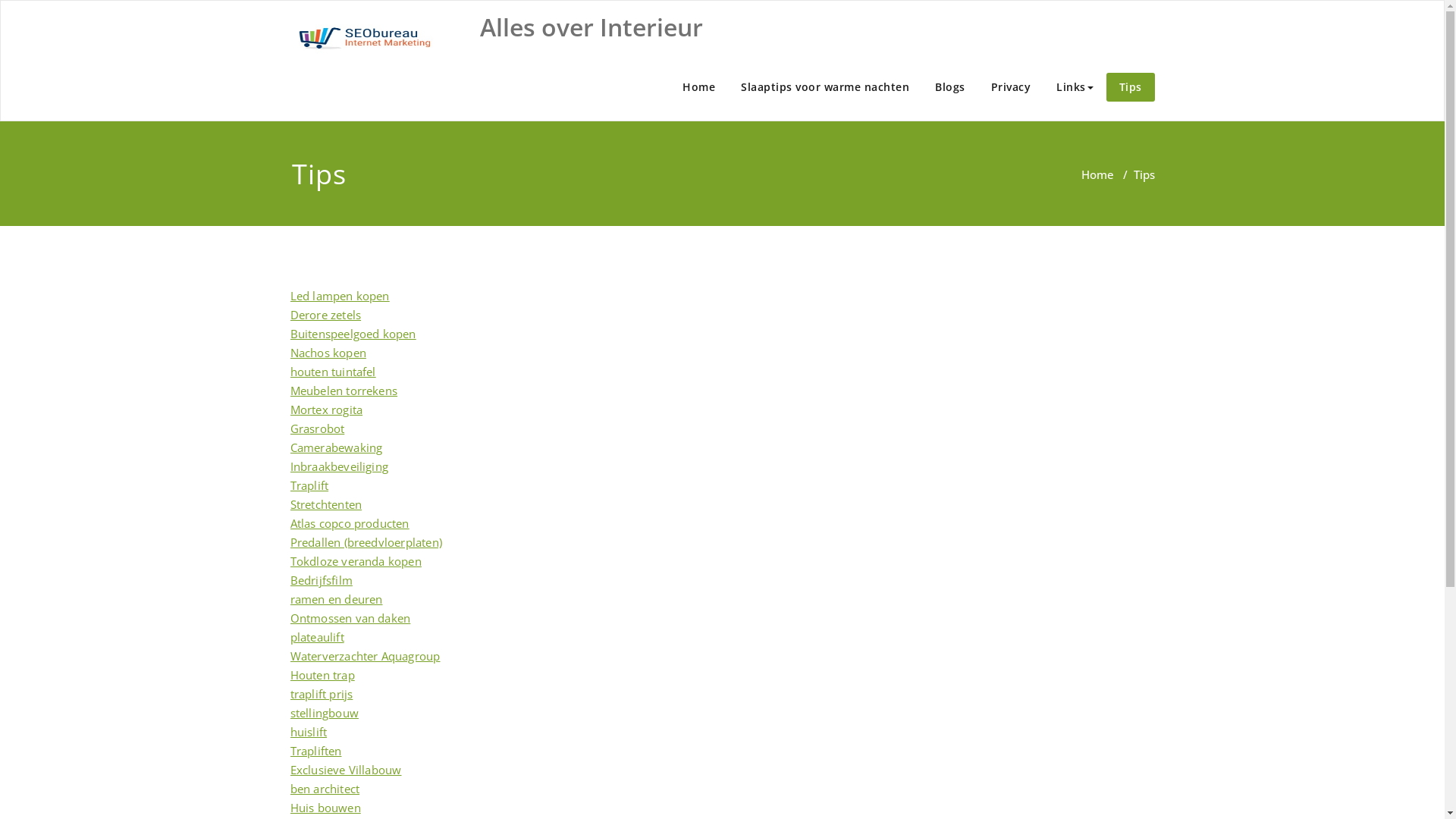 The image size is (1456, 819). Describe the element at coordinates (325, 409) in the screenshot. I see `'Mortex rogita'` at that location.